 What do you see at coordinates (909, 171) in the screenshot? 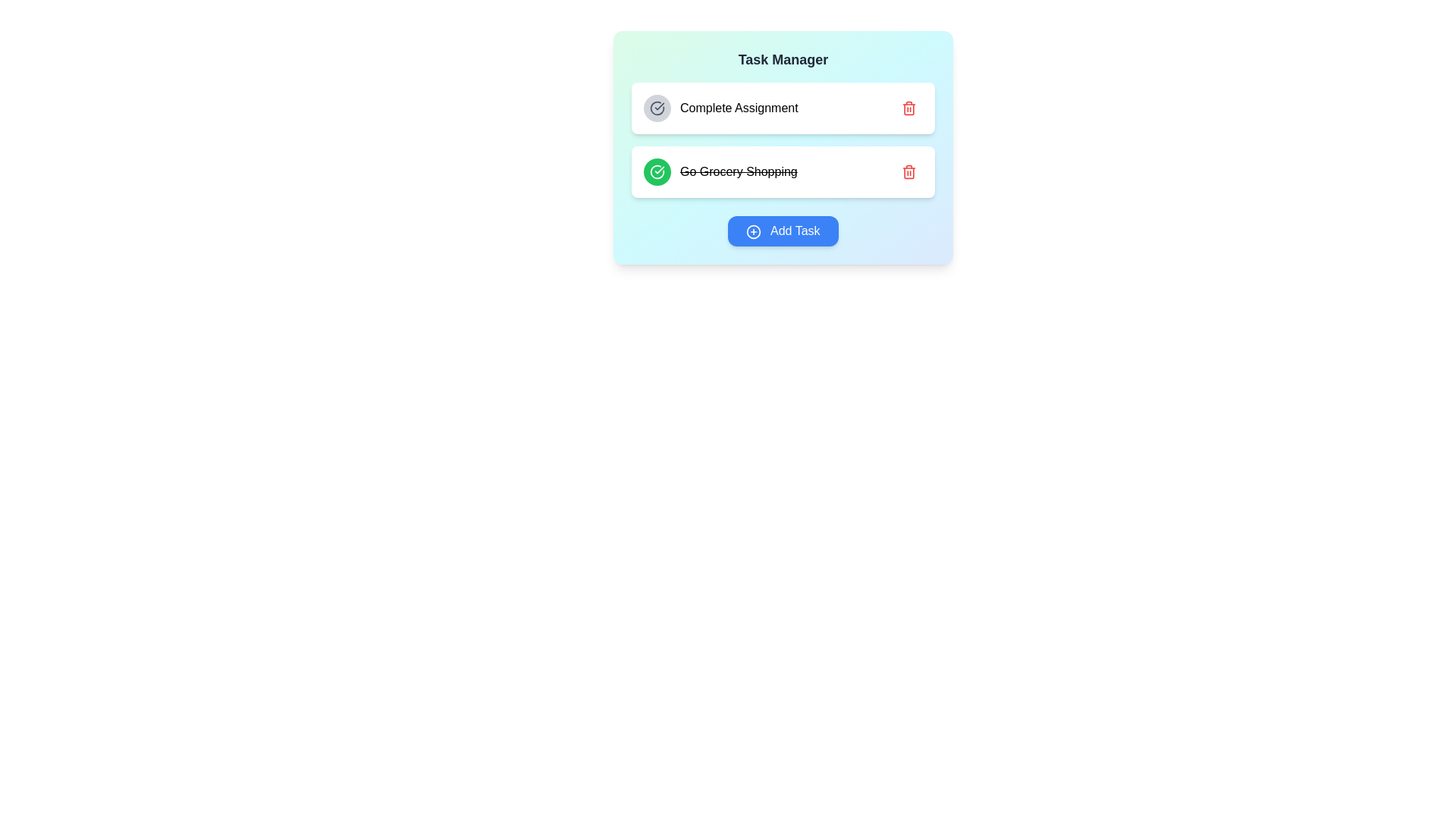
I see `the red trash bin icon button on the far-right side of the entry for 'Go Grocery Shopping'` at bounding box center [909, 171].